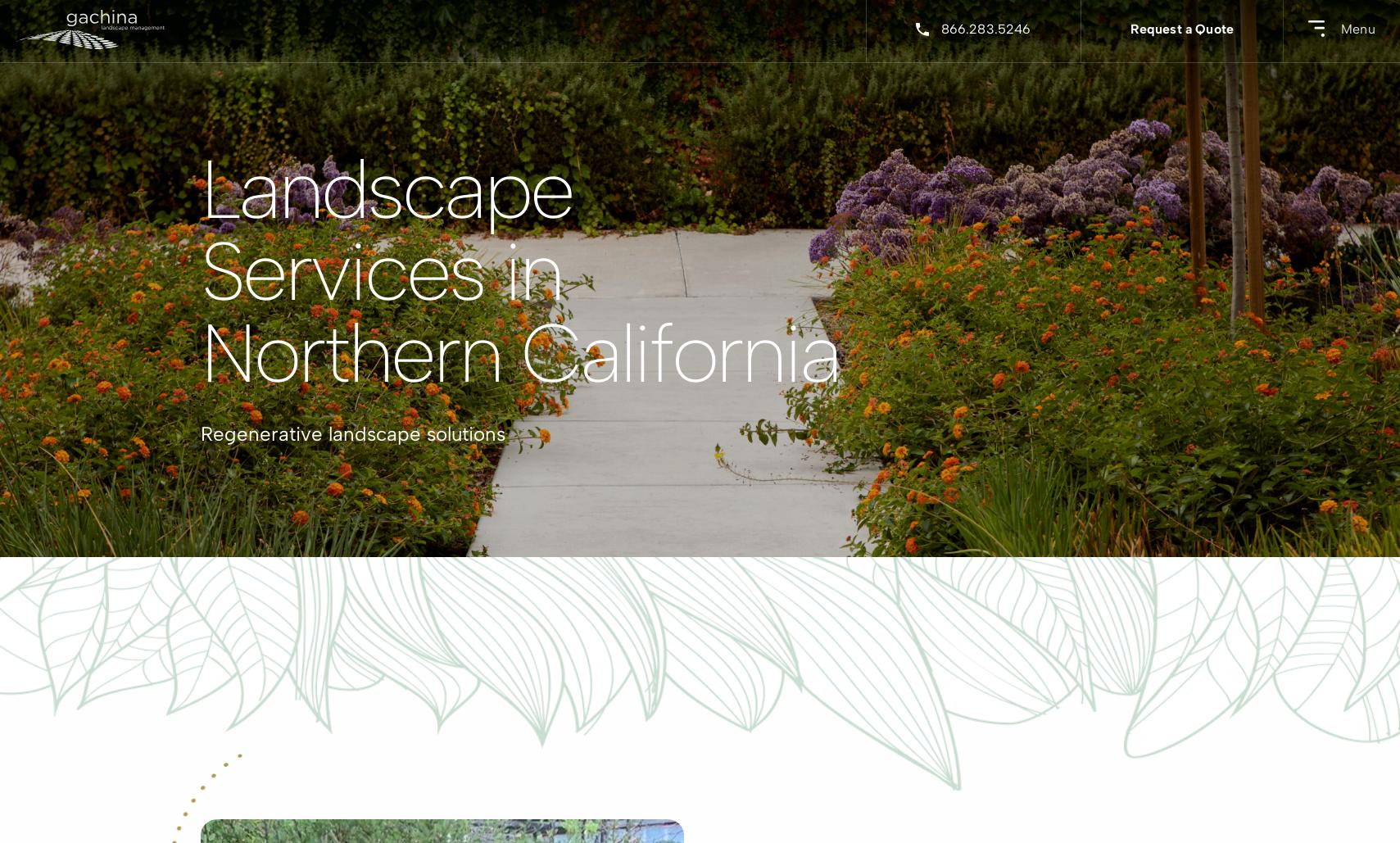 The width and height of the screenshot is (1400, 843). I want to click on 'Clients', so click(293, 276).